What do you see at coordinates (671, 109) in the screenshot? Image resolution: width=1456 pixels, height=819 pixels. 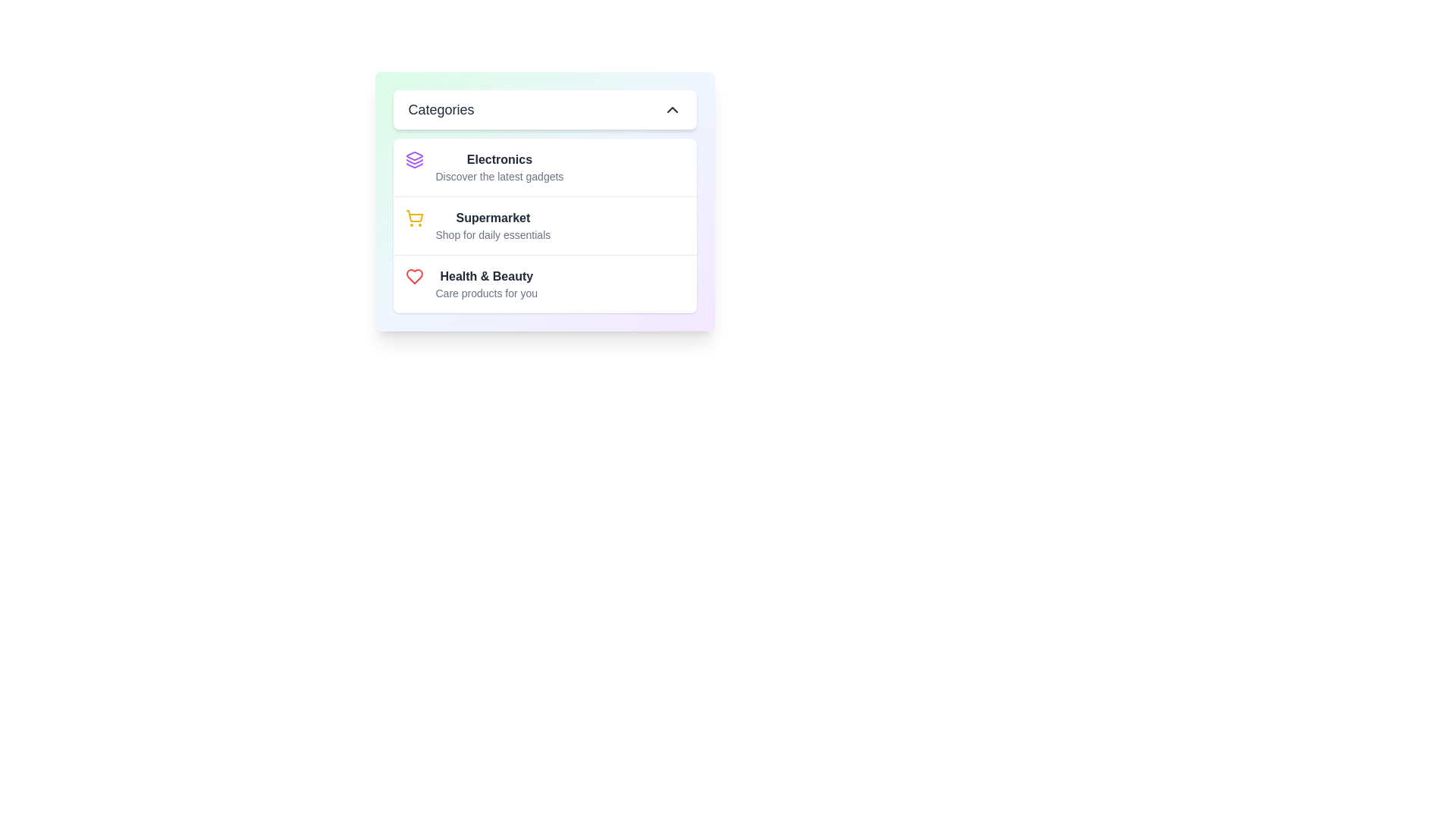 I see `the small upward-pointing chevron arrow icon located at the top-right corner of the 'Categories' section` at bounding box center [671, 109].